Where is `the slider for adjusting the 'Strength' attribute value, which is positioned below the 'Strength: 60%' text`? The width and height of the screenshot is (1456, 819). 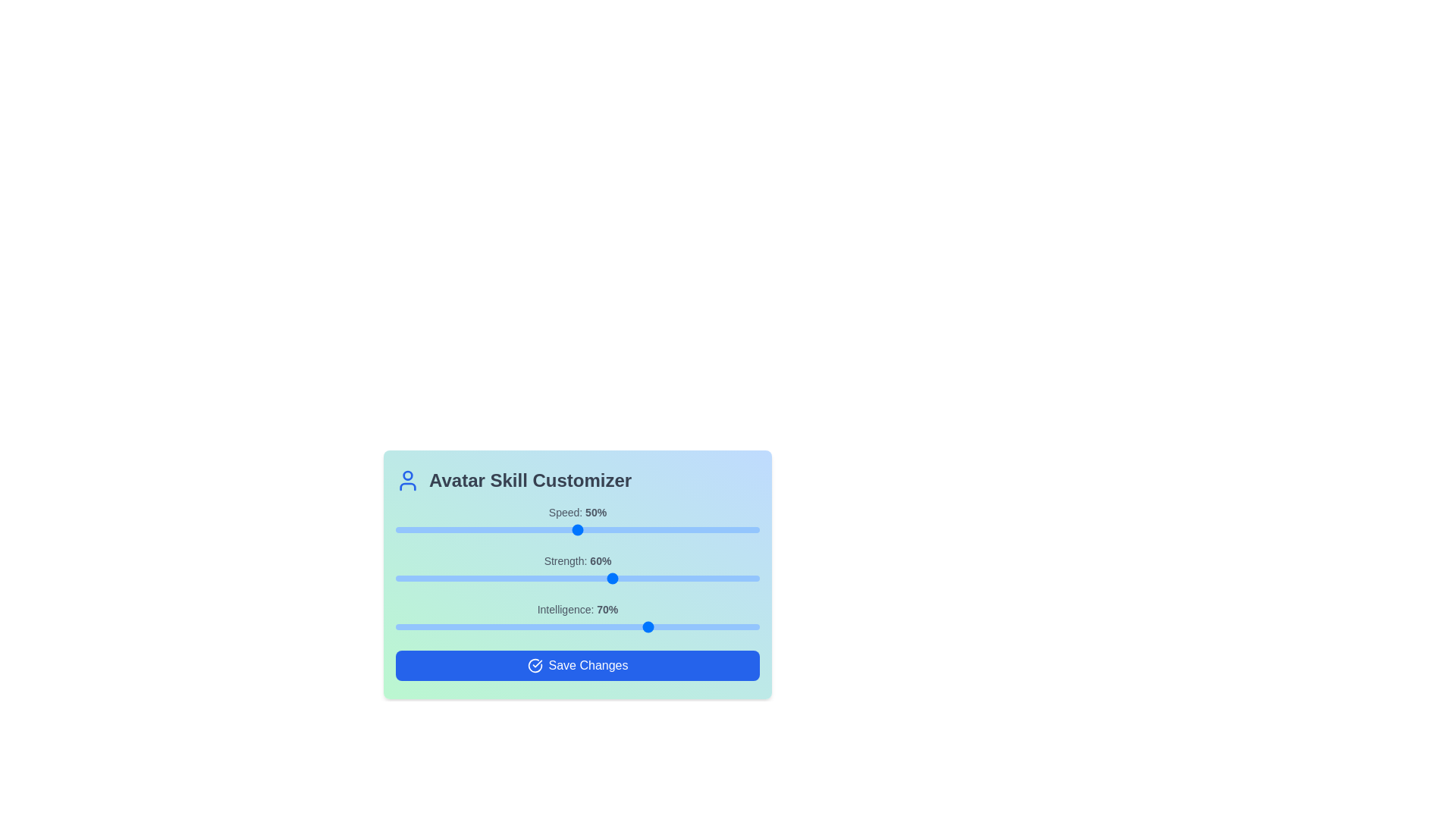
the slider for adjusting the 'Strength' attribute value, which is positioned below the 'Strength: 60%' text is located at coordinates (577, 579).